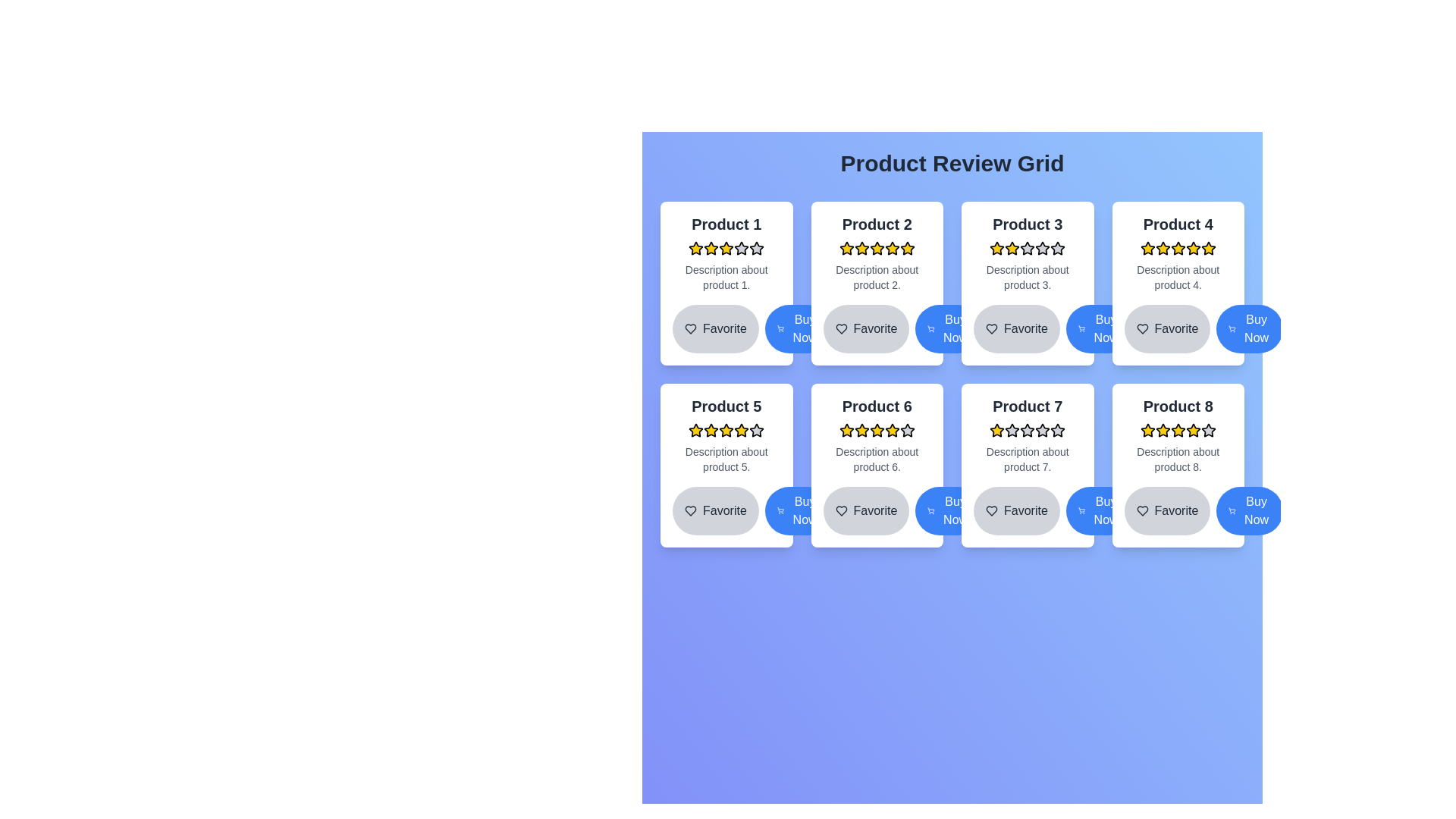  I want to click on the second filled yellow star icon in the rating system for 'Product 5' to give a rating, so click(726, 430).